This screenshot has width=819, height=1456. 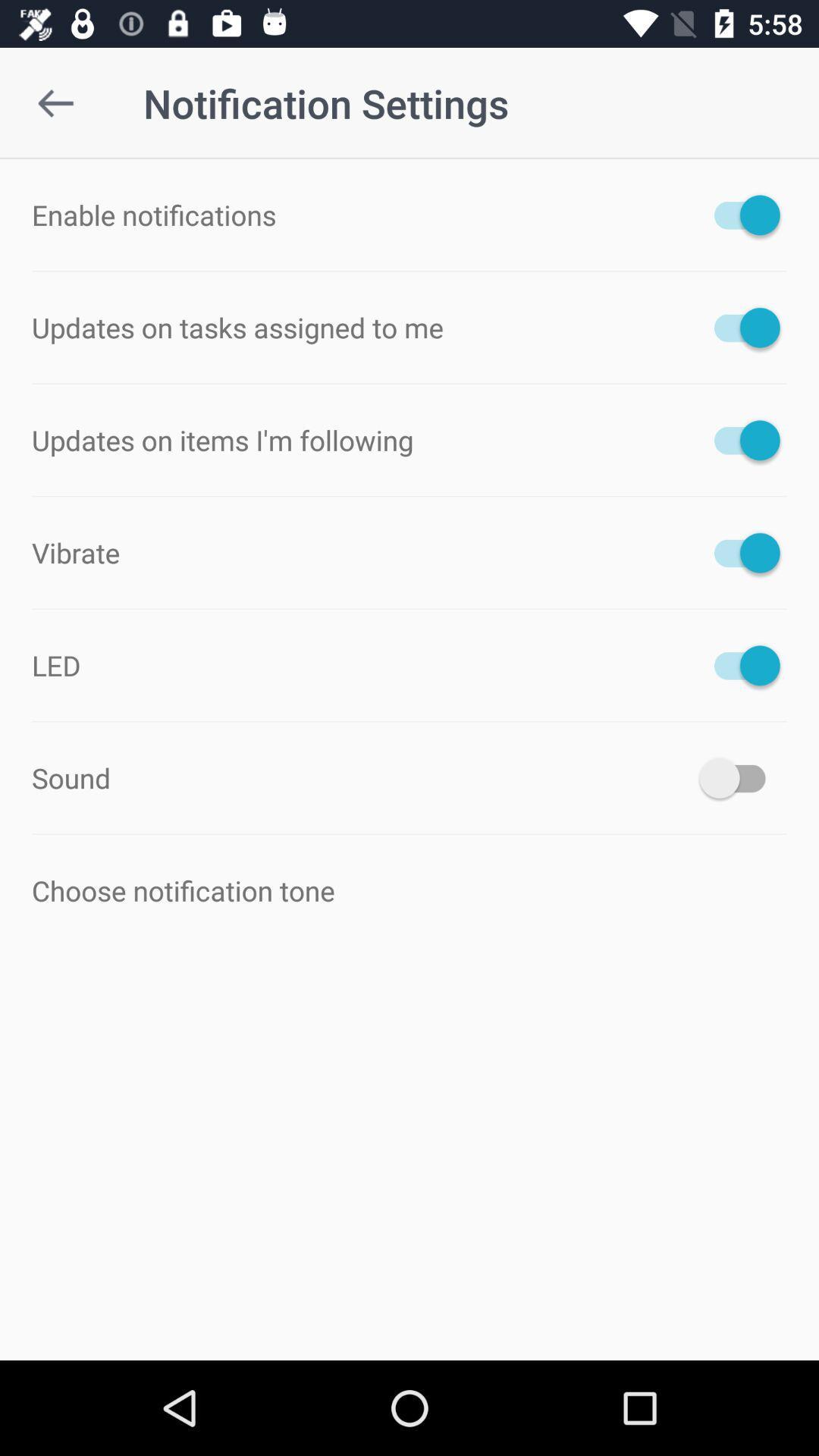 I want to click on icon next to the led icon, so click(x=739, y=665).